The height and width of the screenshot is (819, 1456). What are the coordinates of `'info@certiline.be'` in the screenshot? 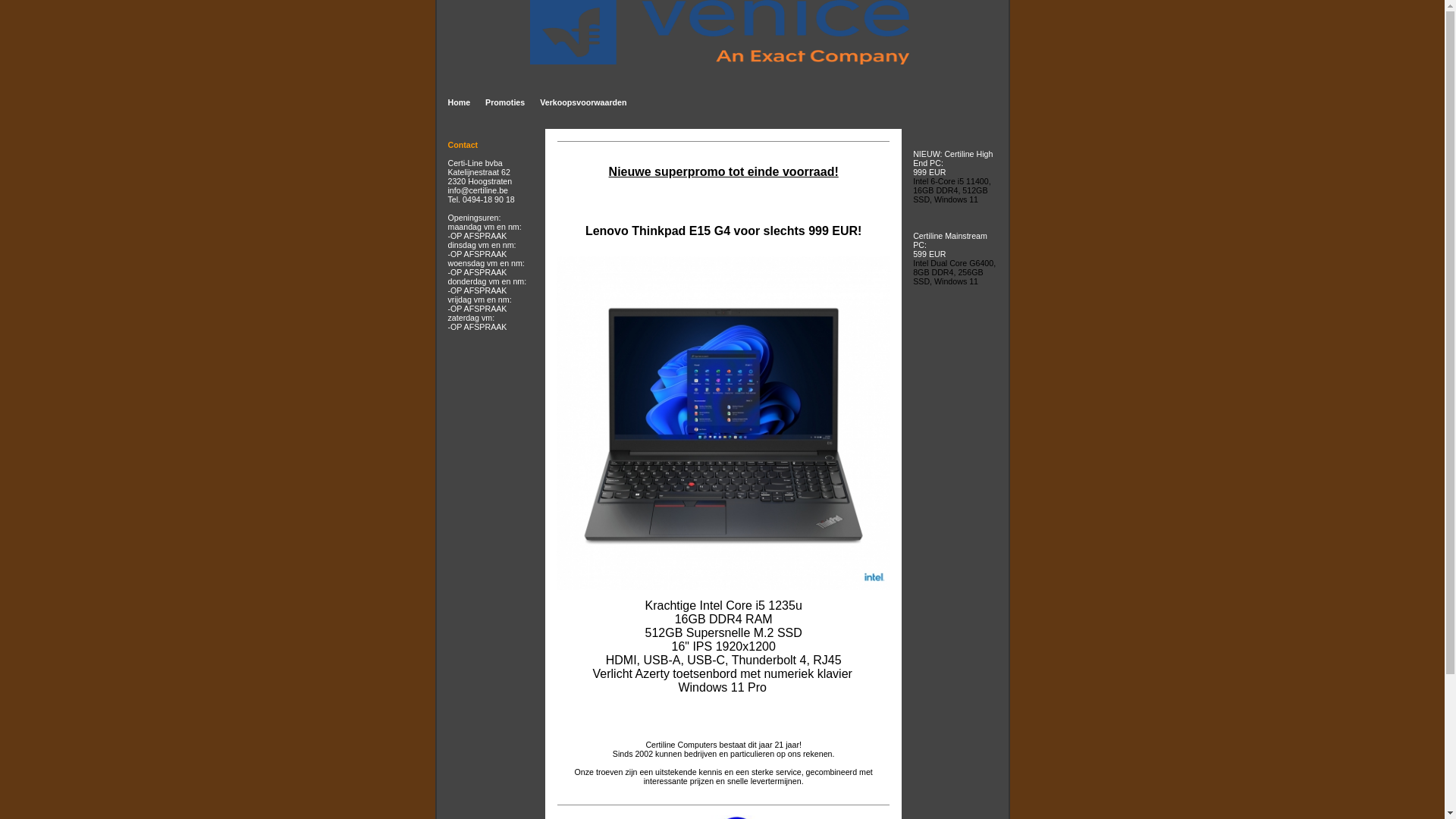 It's located at (476, 189).